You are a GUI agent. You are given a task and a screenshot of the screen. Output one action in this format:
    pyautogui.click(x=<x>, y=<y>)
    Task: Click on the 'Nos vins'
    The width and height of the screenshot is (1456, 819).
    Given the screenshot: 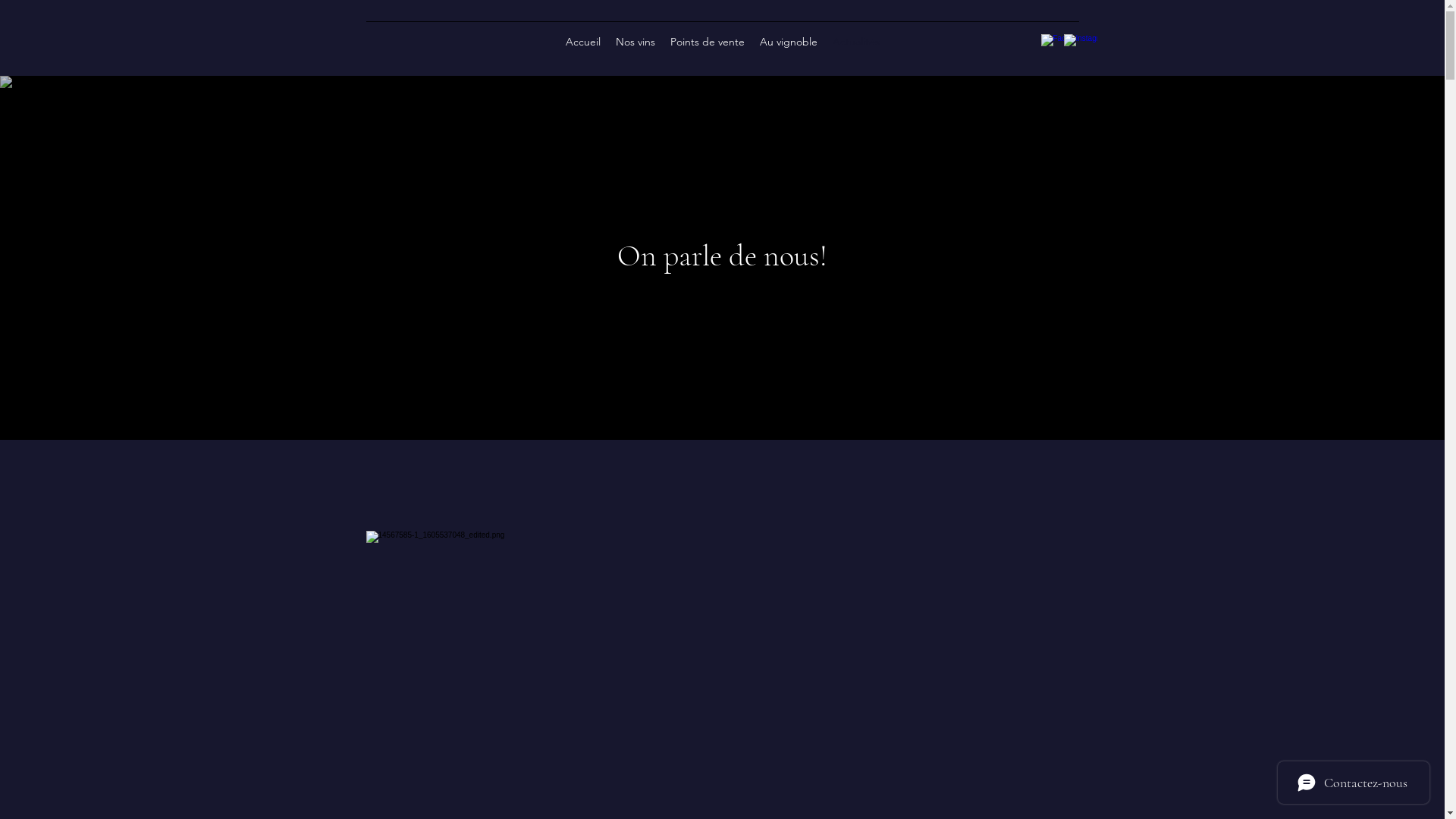 What is the action you would take?
    pyautogui.click(x=635, y=40)
    